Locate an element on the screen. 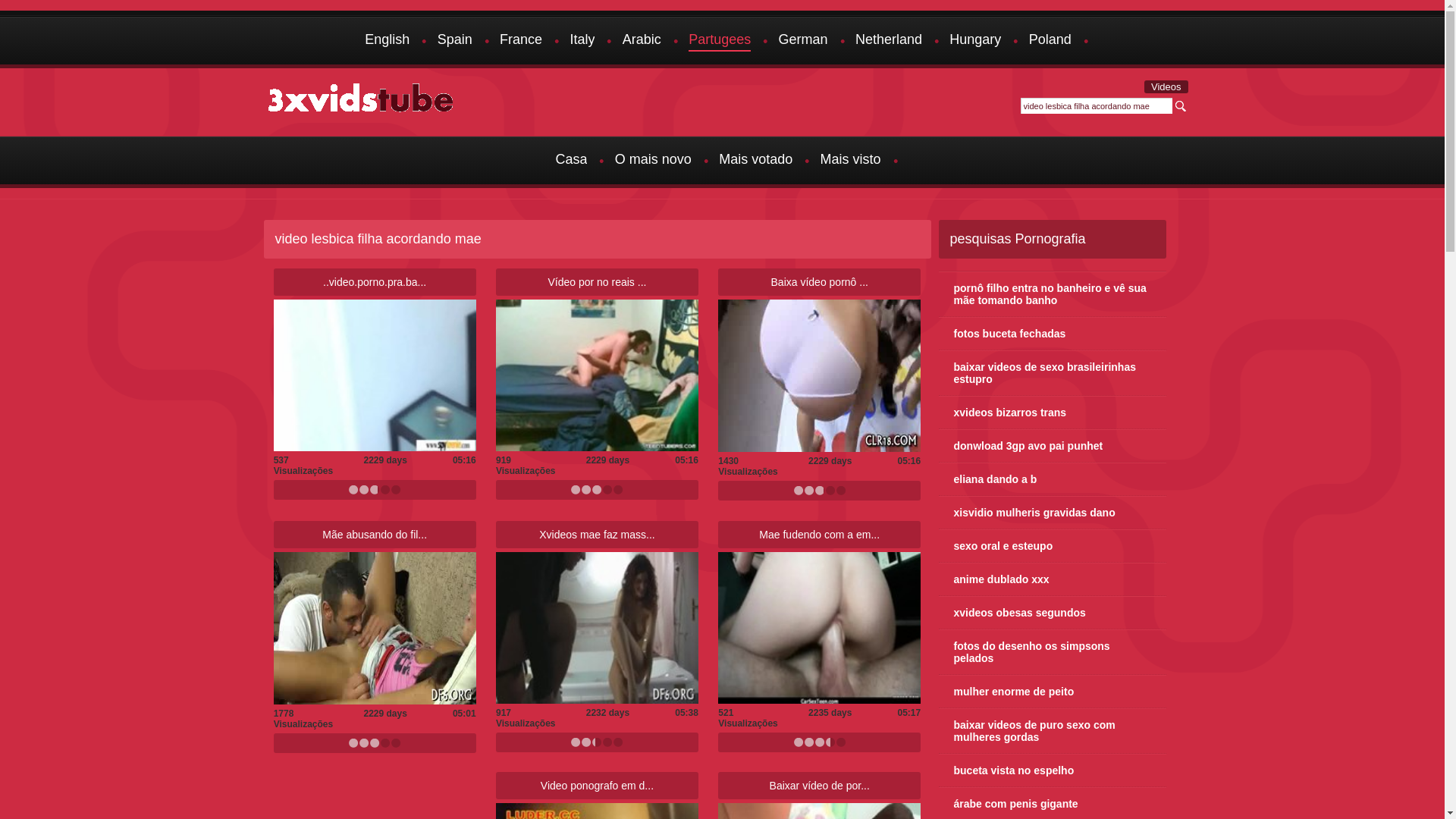 This screenshot has width=1456, height=819. 'Mais visto' is located at coordinates (851, 161).